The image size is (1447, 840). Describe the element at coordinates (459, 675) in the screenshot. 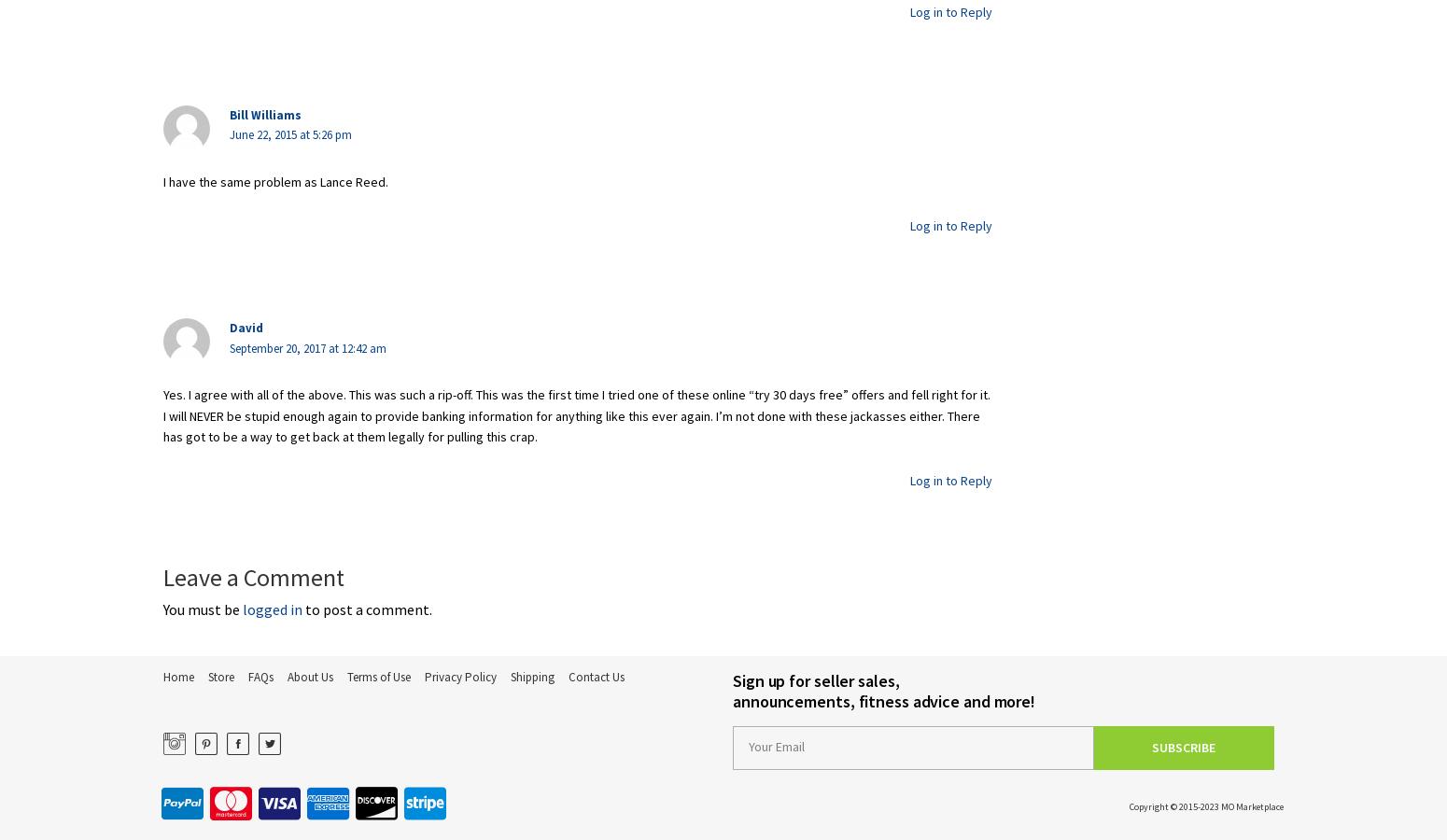

I see `'Privacy Policy'` at that location.